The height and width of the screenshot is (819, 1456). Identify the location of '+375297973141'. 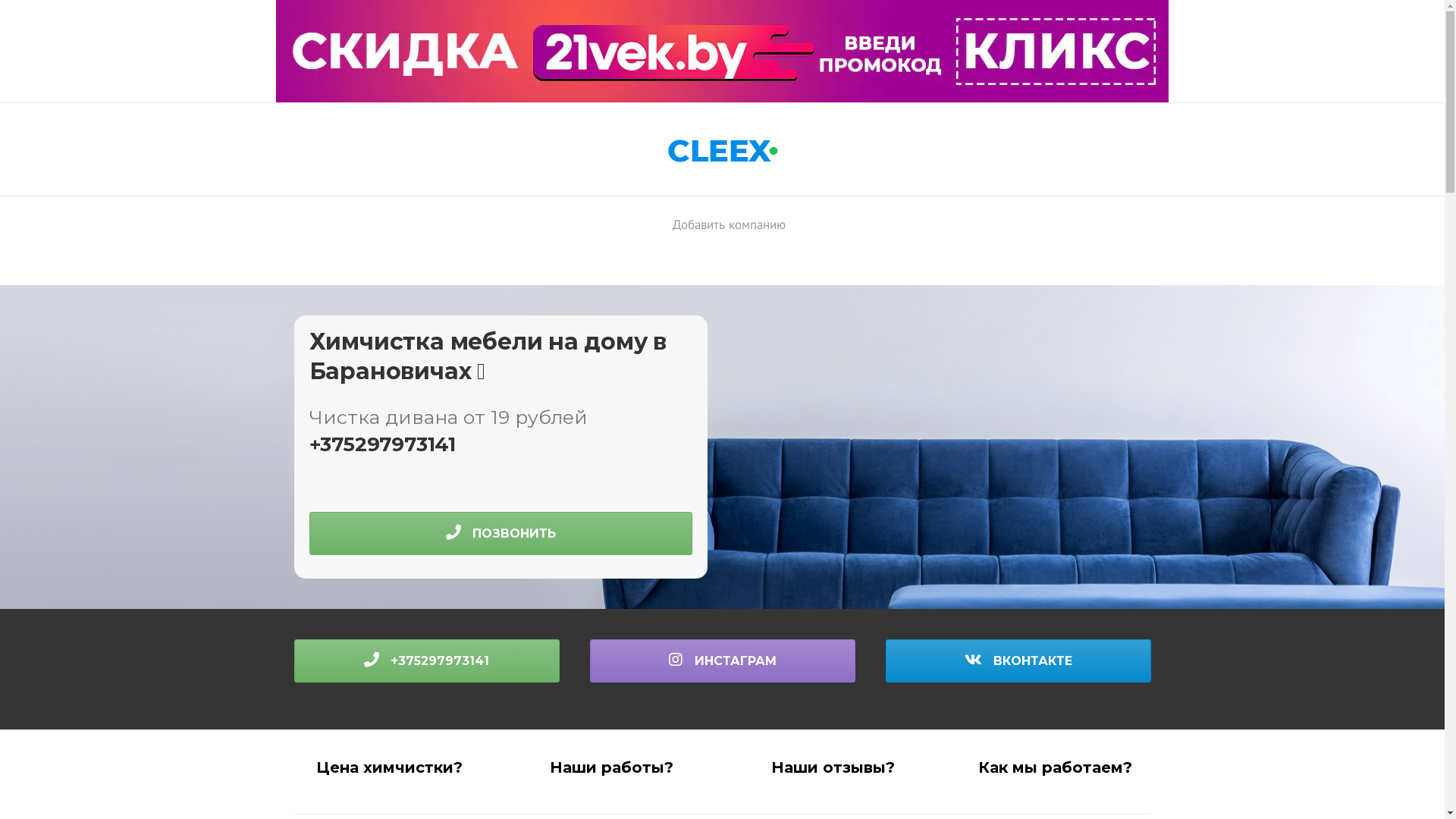
(382, 444).